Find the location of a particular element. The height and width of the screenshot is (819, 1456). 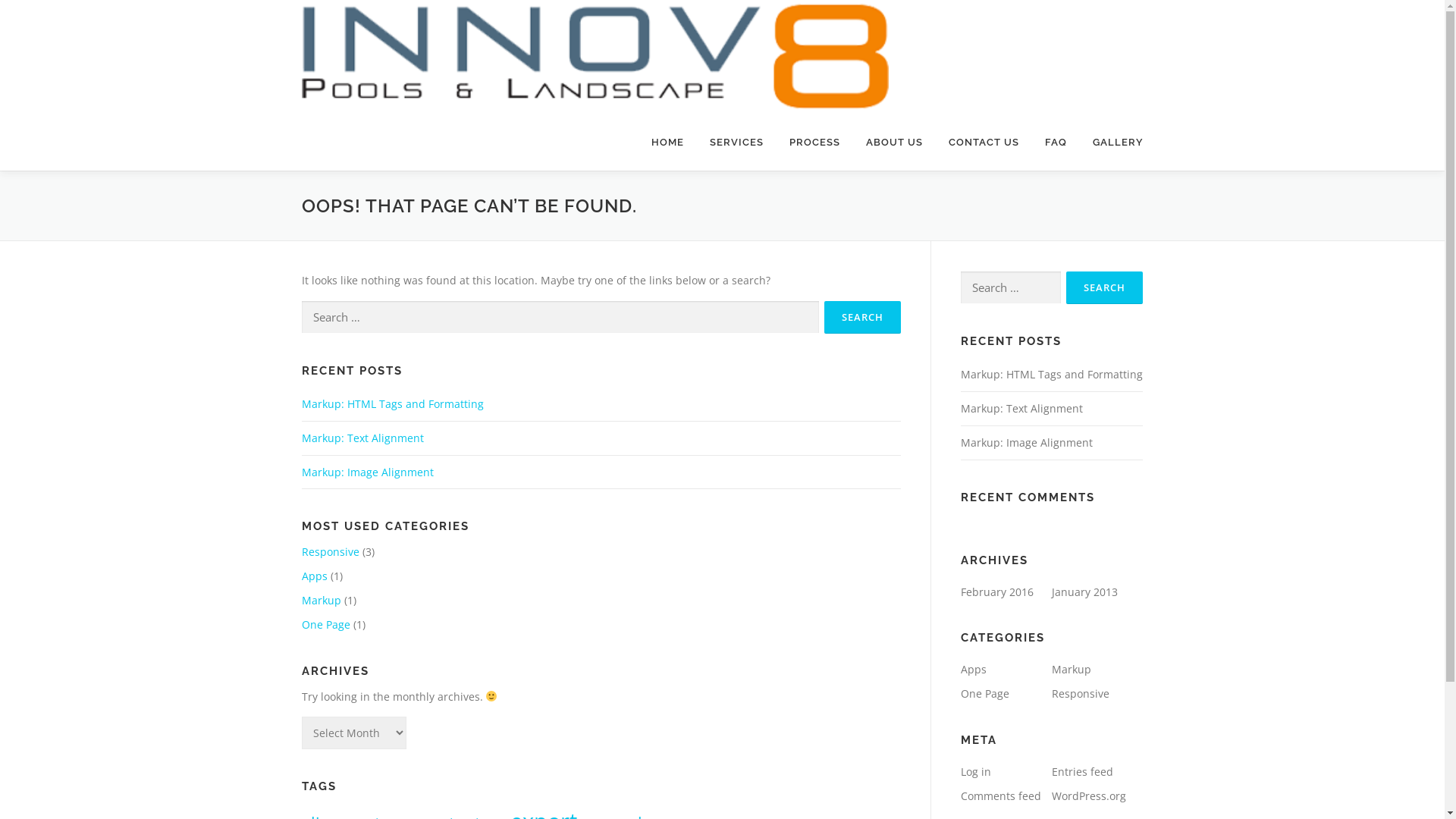

'Comments feed' is located at coordinates (1000, 795).